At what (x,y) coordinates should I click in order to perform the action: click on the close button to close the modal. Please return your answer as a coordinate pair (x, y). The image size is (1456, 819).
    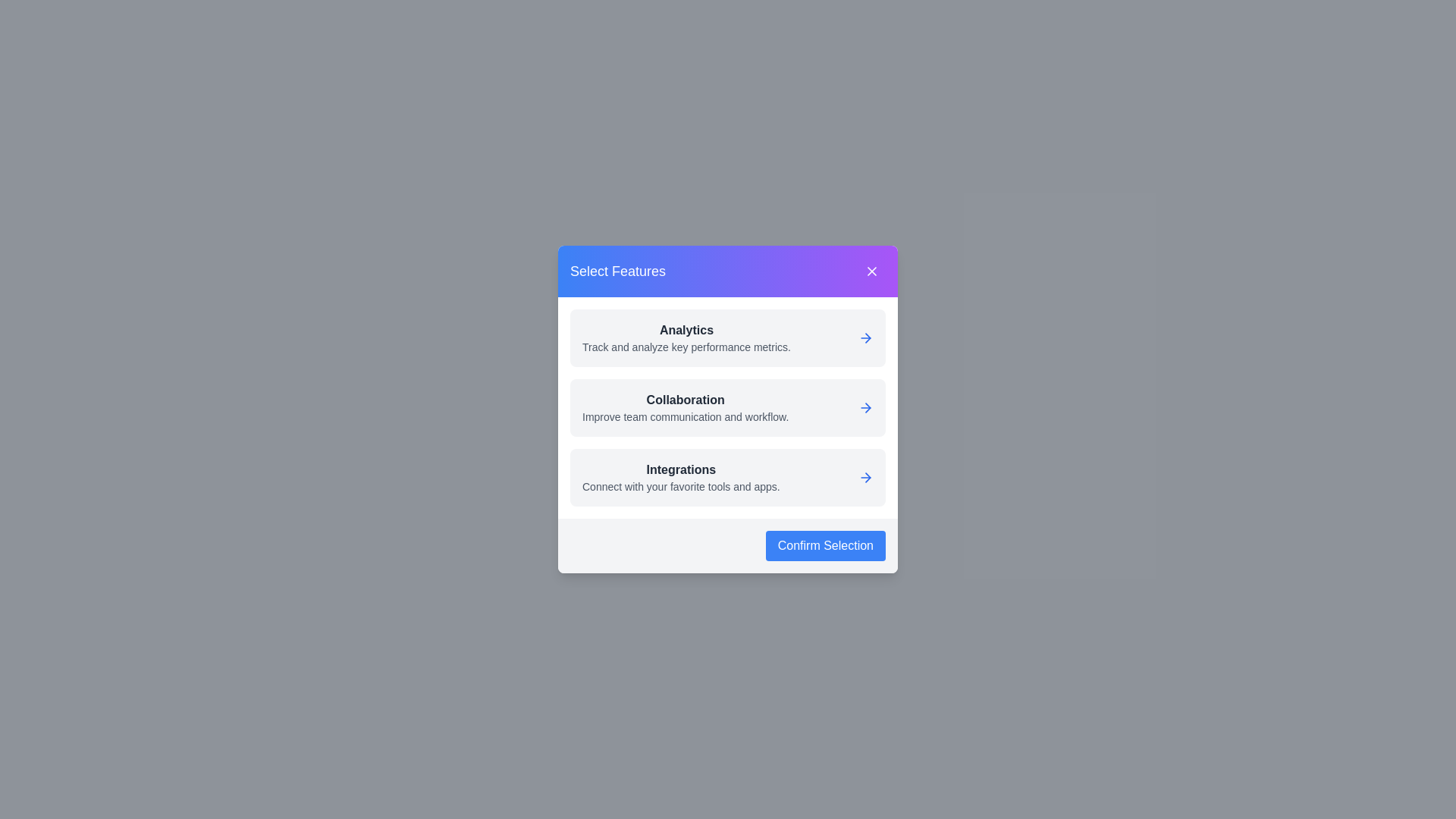
    Looking at the image, I should click on (872, 271).